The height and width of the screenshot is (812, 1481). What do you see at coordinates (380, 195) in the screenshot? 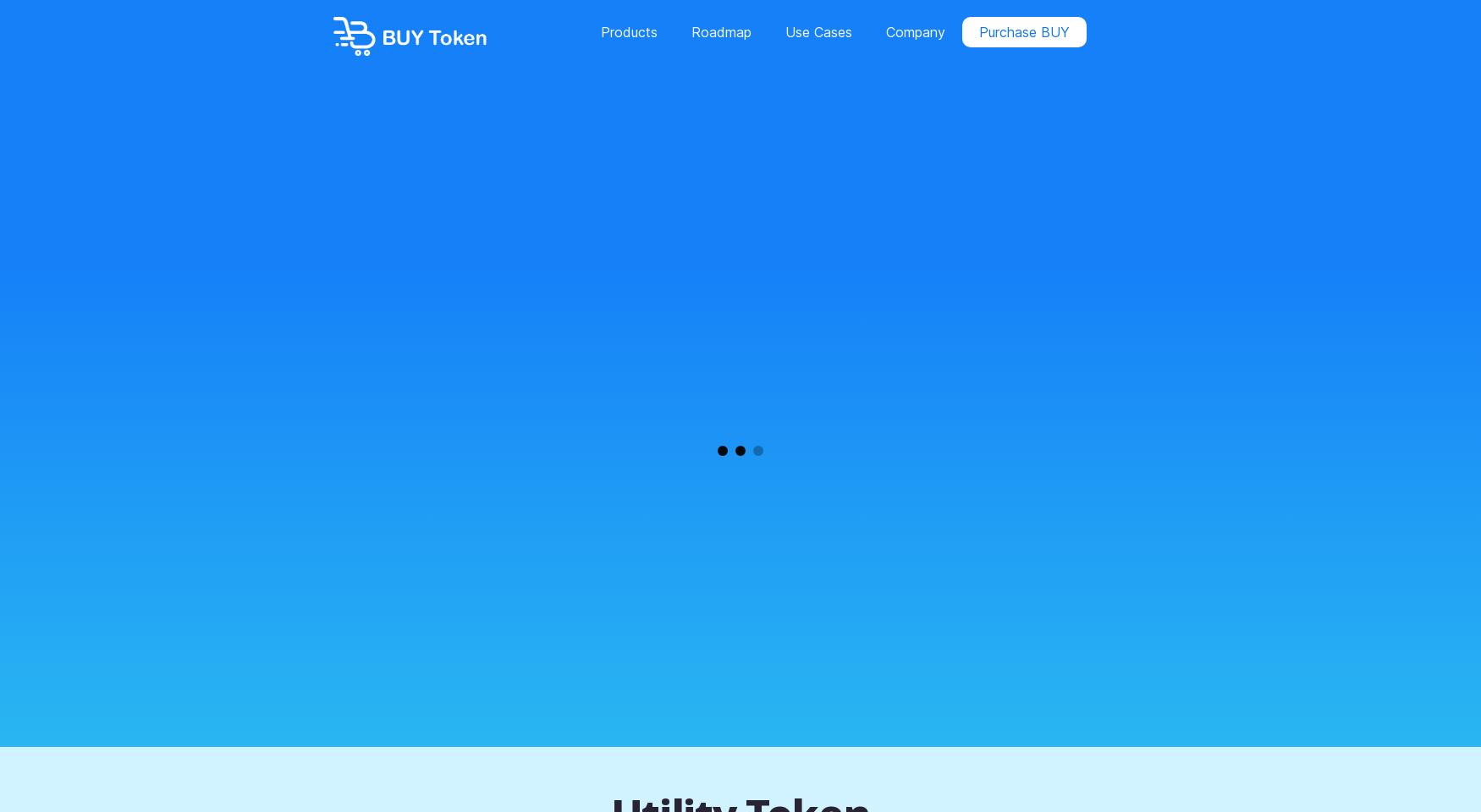
I see `'Physicians Telehealth'` at bounding box center [380, 195].